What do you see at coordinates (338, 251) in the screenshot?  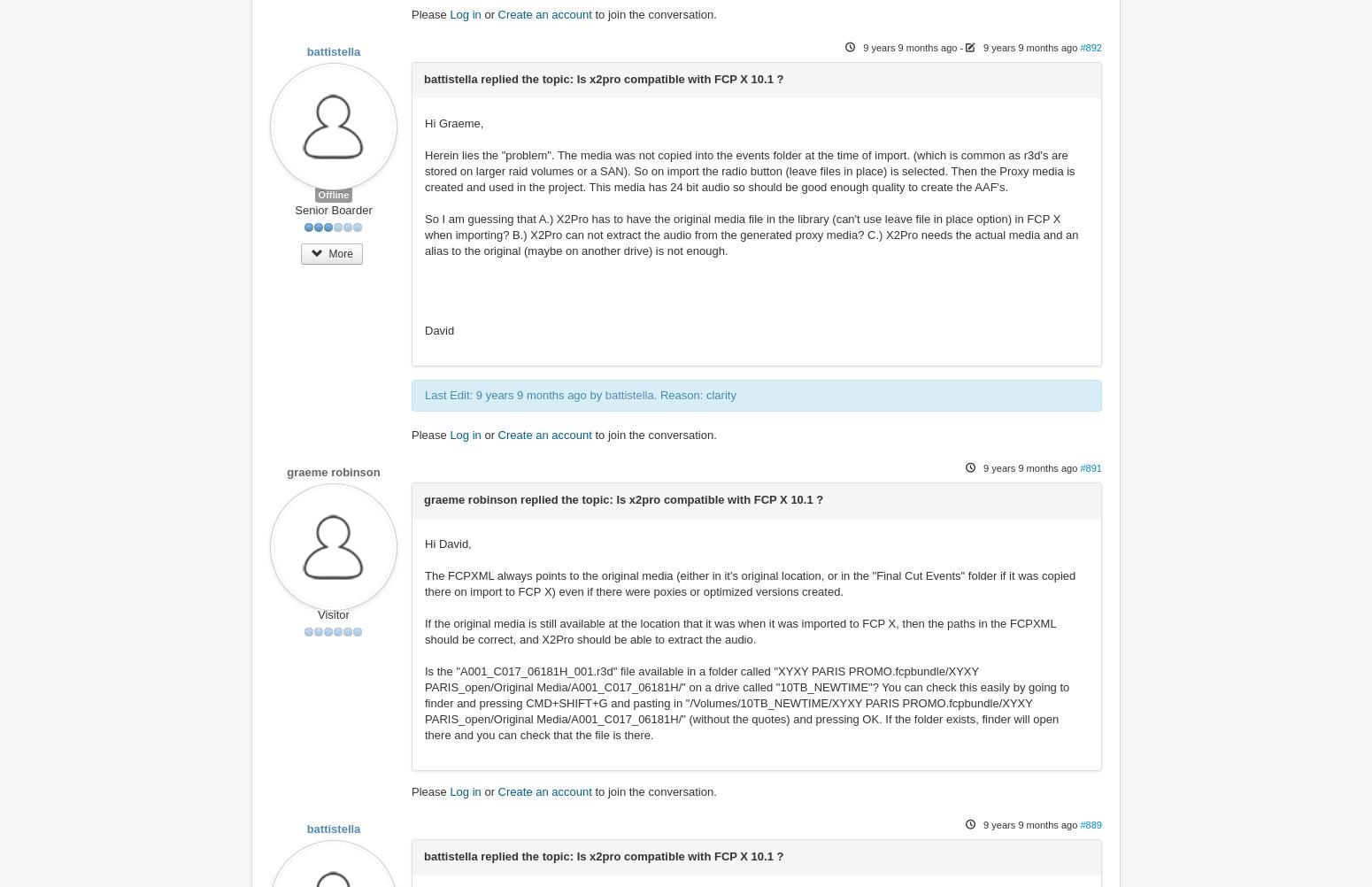 I see `'More'` at bounding box center [338, 251].